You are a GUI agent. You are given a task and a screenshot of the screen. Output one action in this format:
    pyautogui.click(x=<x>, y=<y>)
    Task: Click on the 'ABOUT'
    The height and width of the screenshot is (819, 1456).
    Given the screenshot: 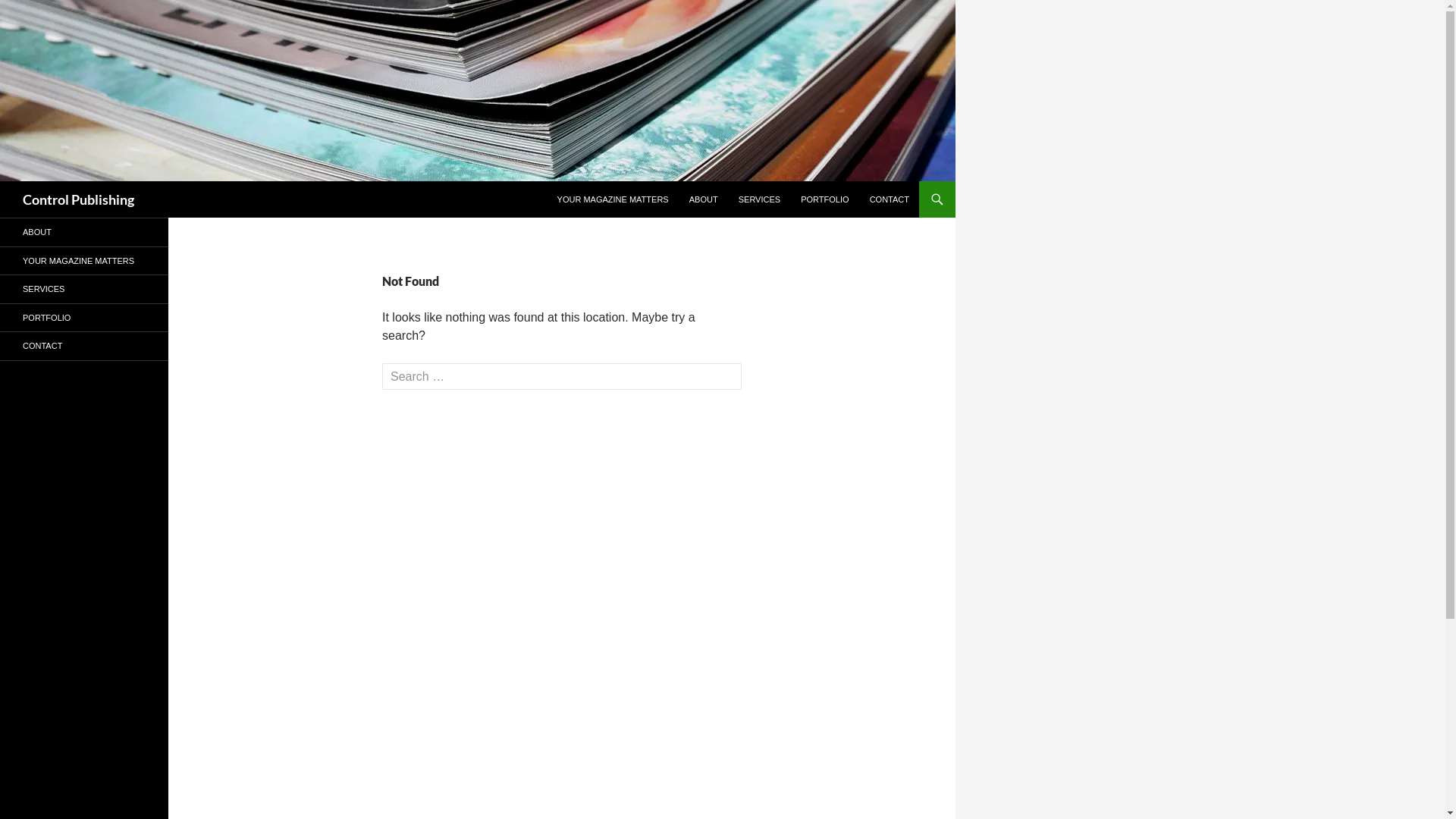 What is the action you would take?
    pyautogui.click(x=83, y=232)
    